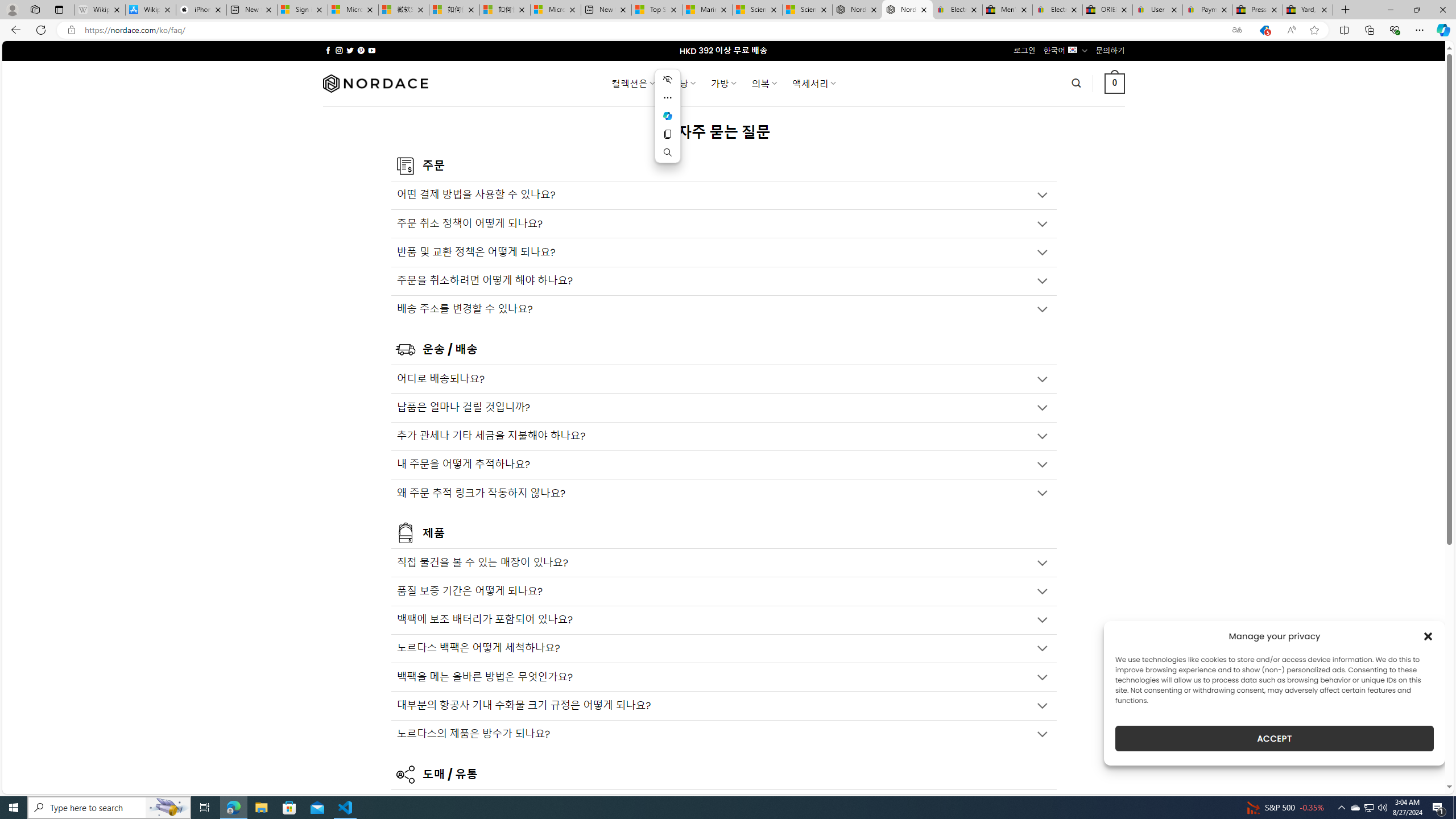 Image resolution: width=1456 pixels, height=819 pixels. What do you see at coordinates (907, 9) in the screenshot?
I see `'Nordace - FAQ'` at bounding box center [907, 9].